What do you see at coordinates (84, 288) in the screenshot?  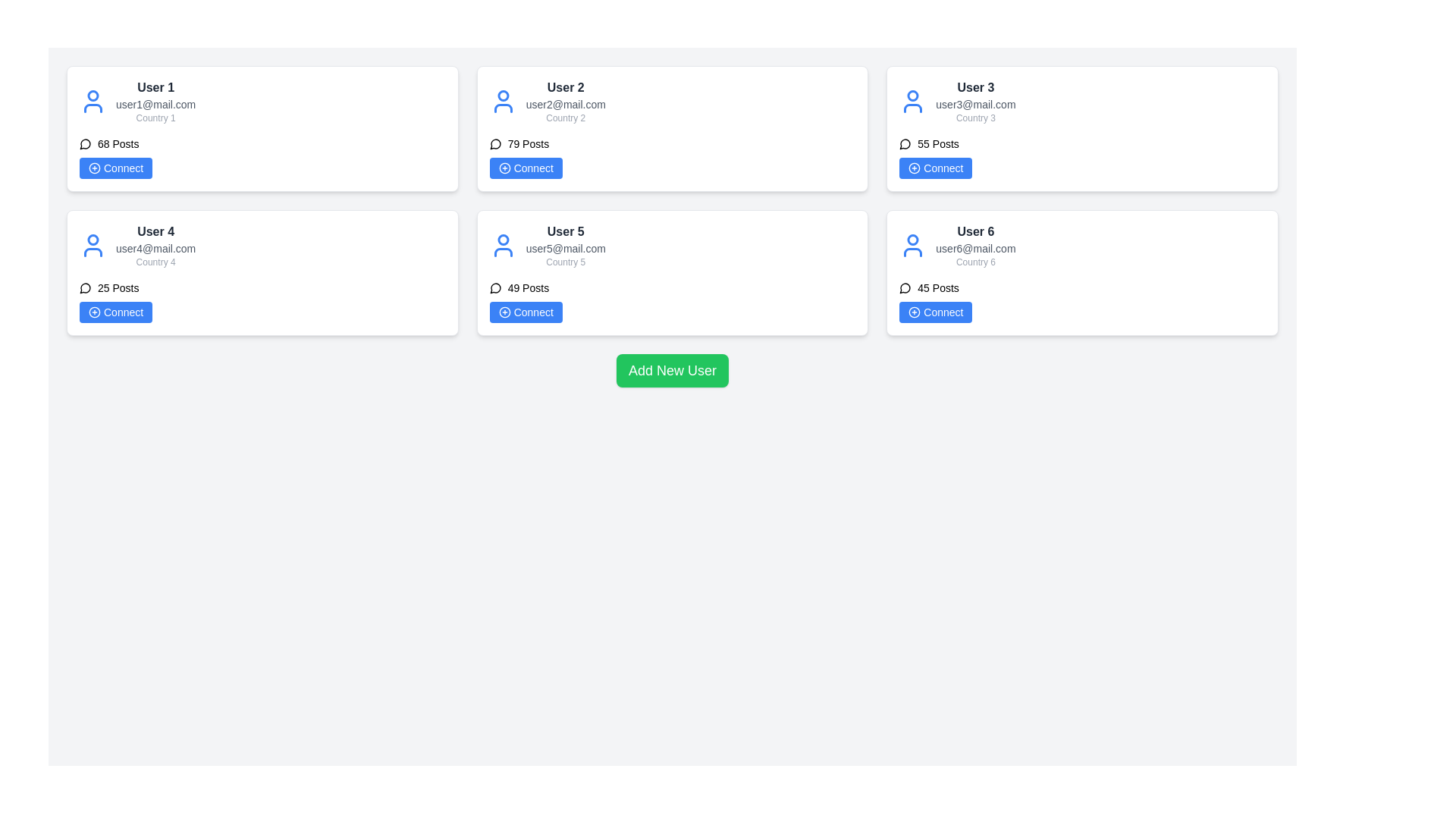 I see `the speech bubble icon located to the left of '25 Posts' for User 4` at bounding box center [84, 288].